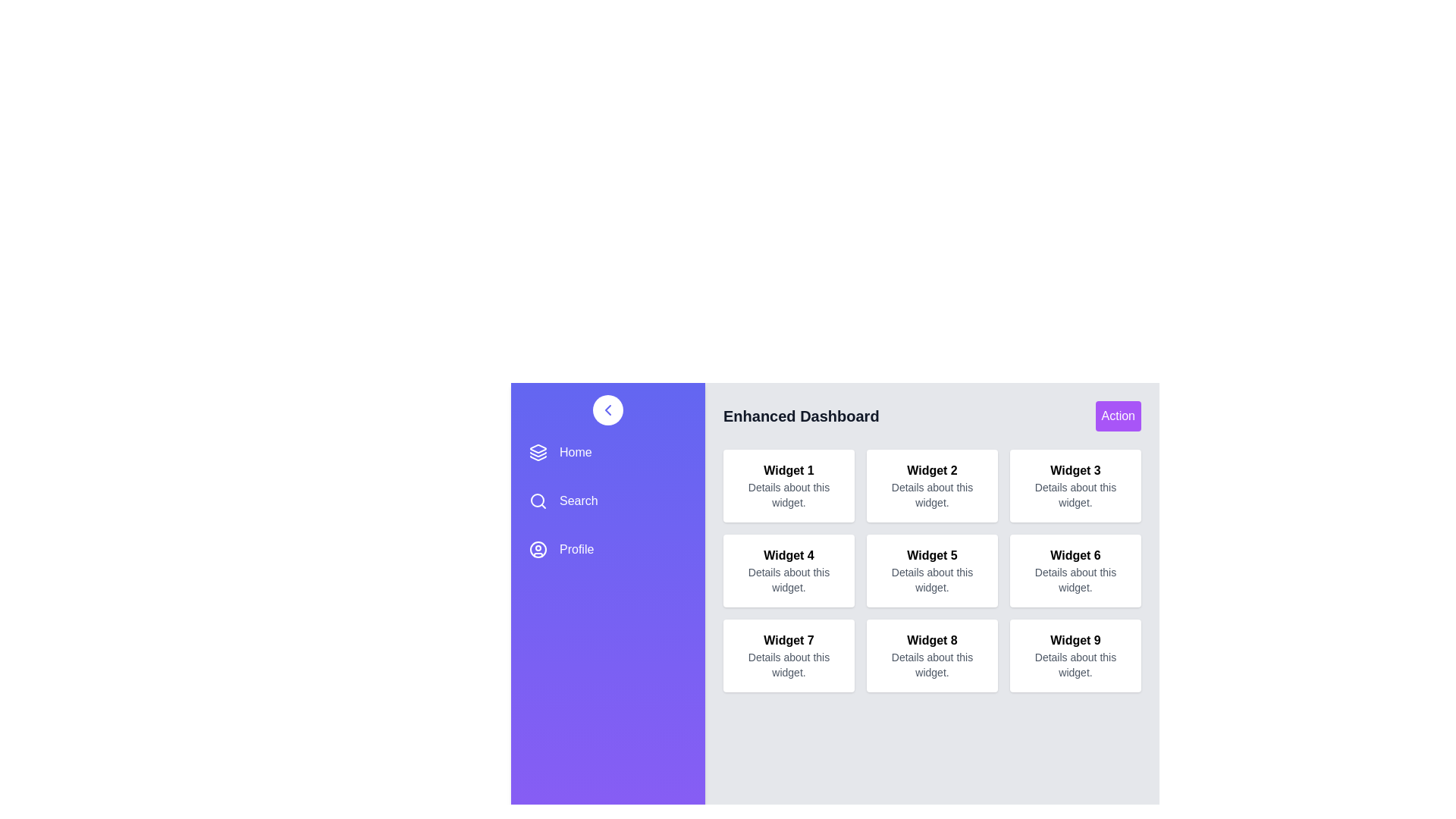 Image resolution: width=1456 pixels, height=819 pixels. I want to click on the 'Action' button in the header, so click(1118, 416).